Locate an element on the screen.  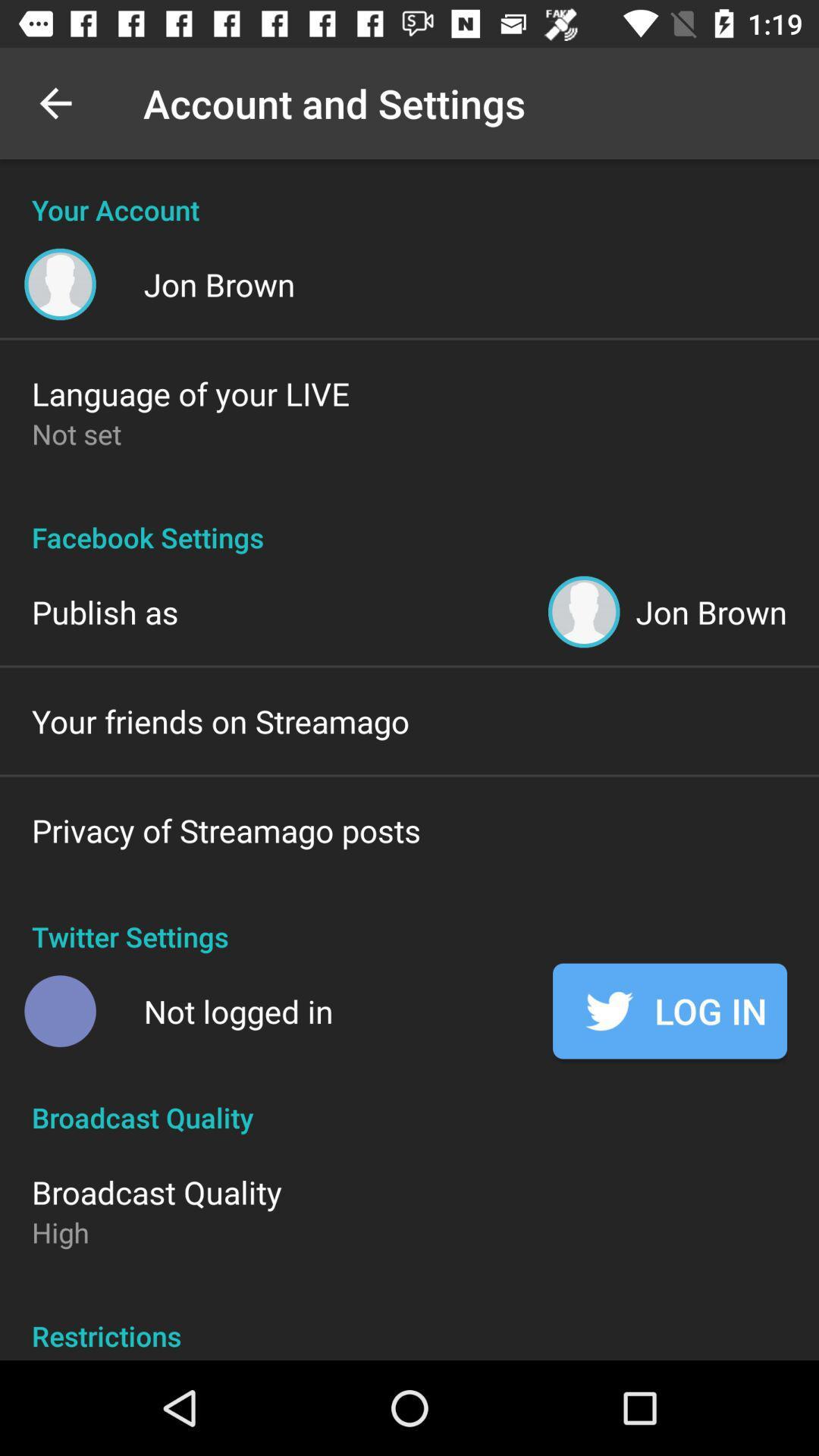
your account icon is located at coordinates (409, 193).